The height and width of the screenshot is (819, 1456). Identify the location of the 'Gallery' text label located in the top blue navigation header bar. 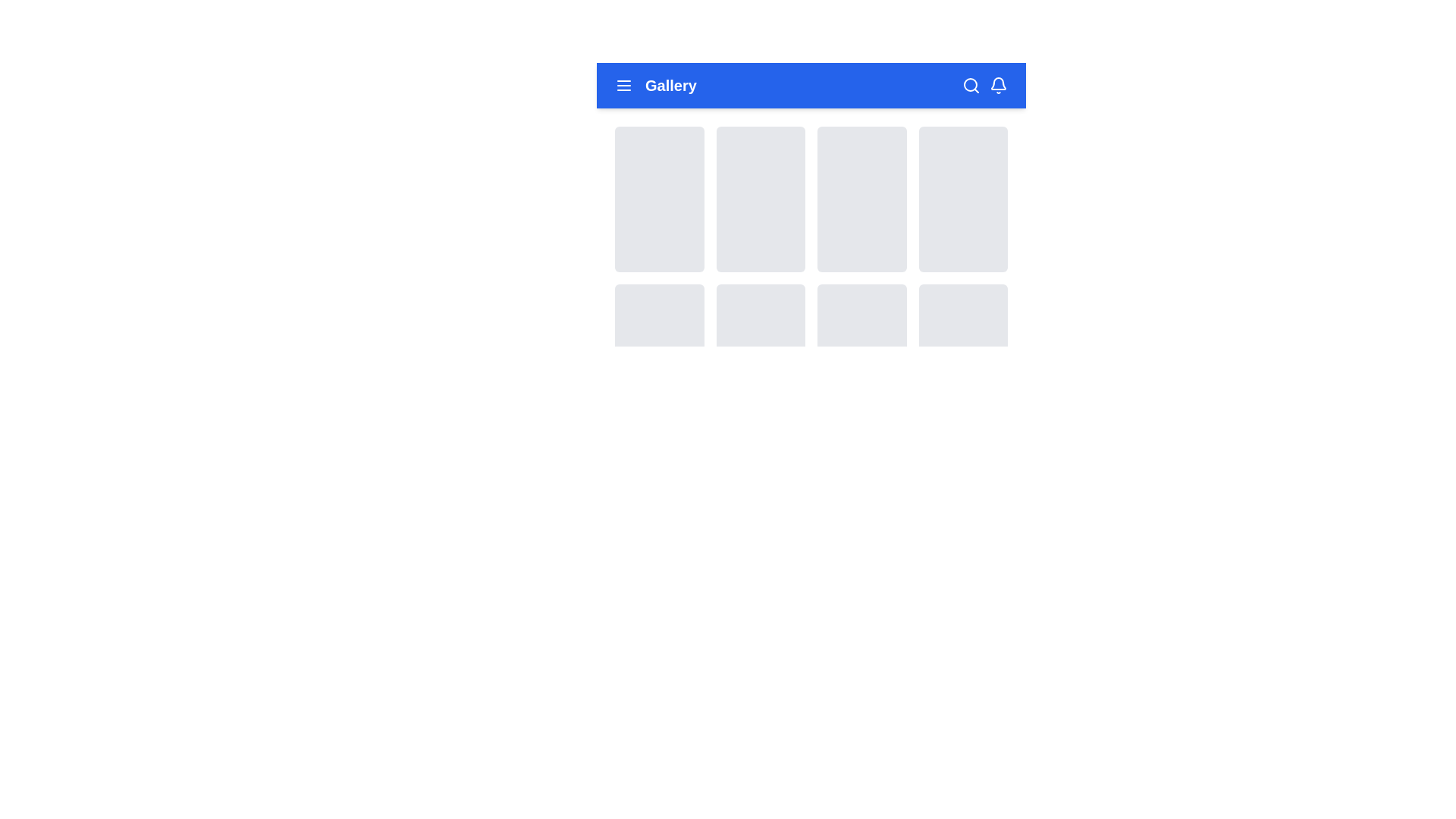
(655, 85).